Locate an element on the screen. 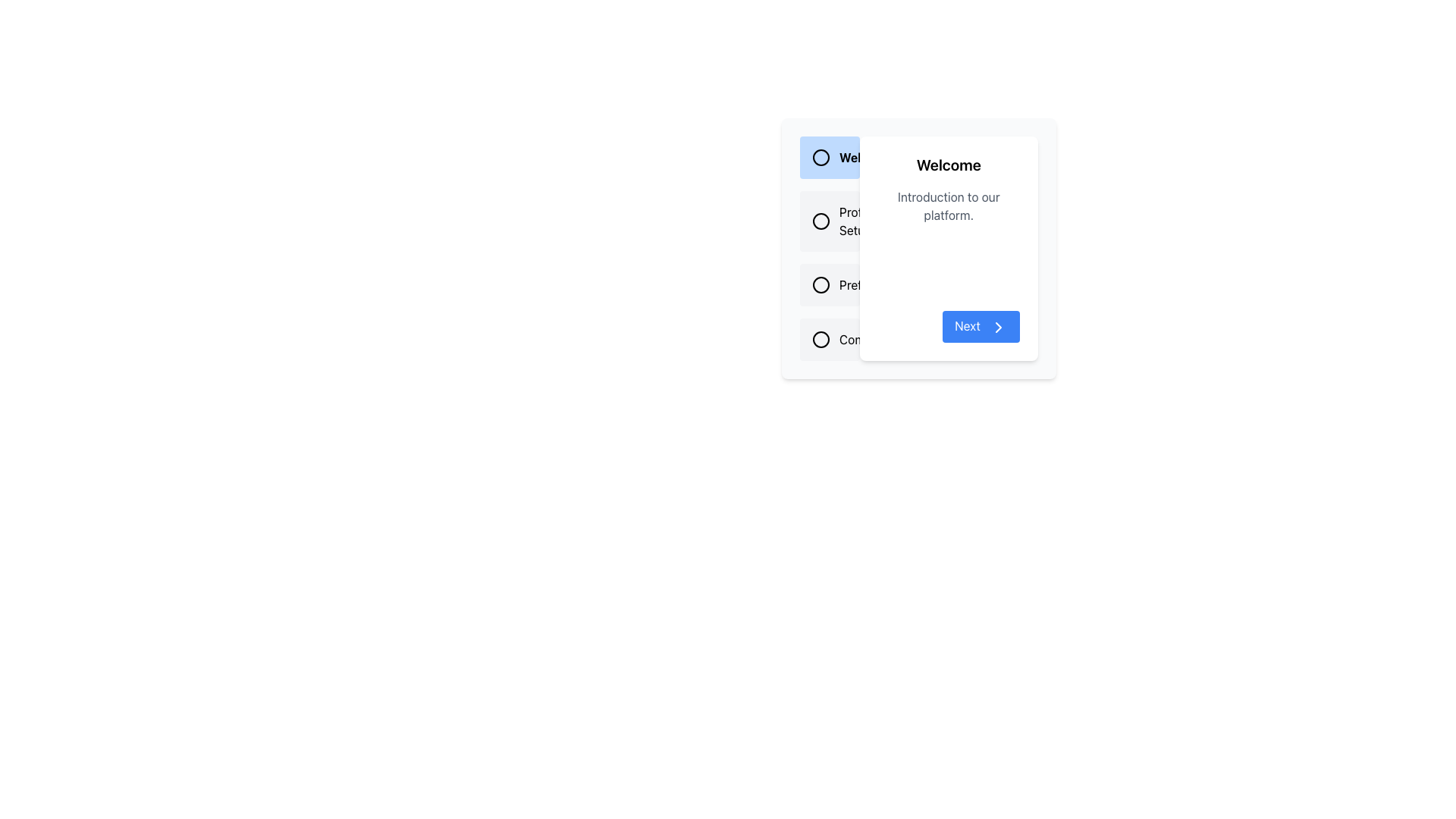 The image size is (1456, 819). the active radio button labeled 'Welcome' located at the top of the list in the sidebar is located at coordinates (829, 158).